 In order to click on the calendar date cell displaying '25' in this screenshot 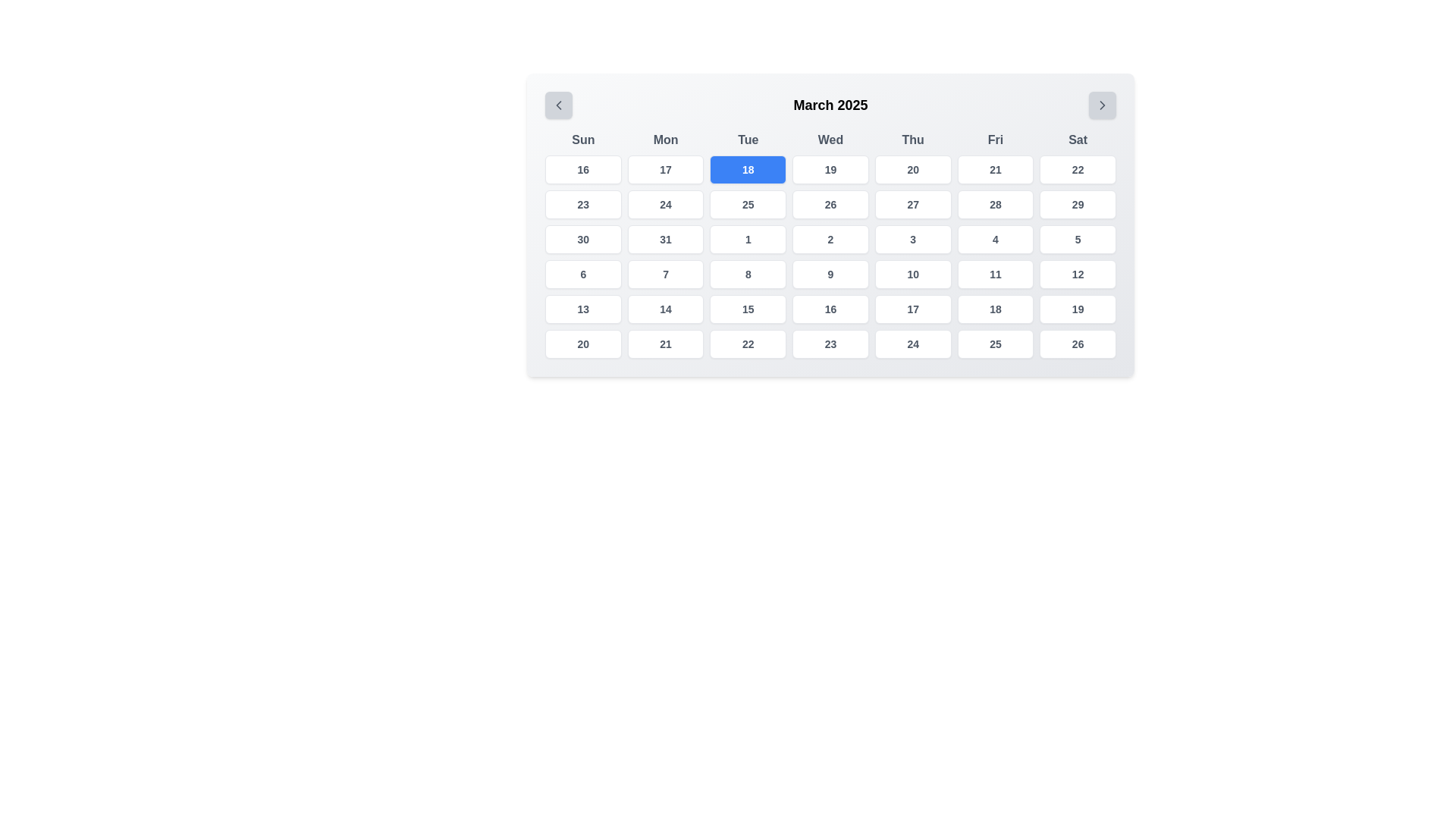, I will do `click(995, 344)`.